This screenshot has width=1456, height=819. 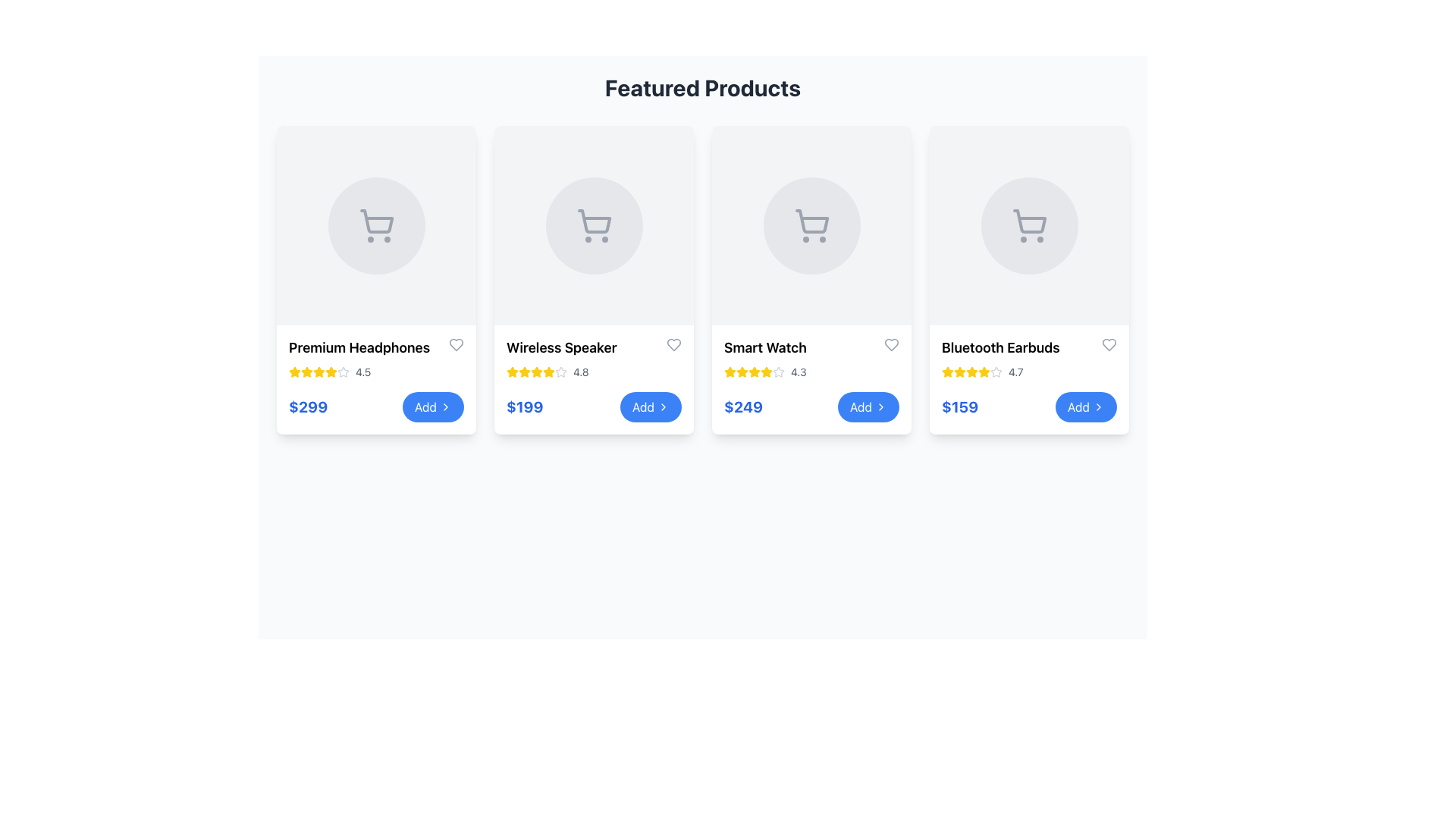 What do you see at coordinates (811, 280) in the screenshot?
I see `the 'Smart Watch' Product Card located in the middle-right position of the row under 'Featured Products'` at bounding box center [811, 280].